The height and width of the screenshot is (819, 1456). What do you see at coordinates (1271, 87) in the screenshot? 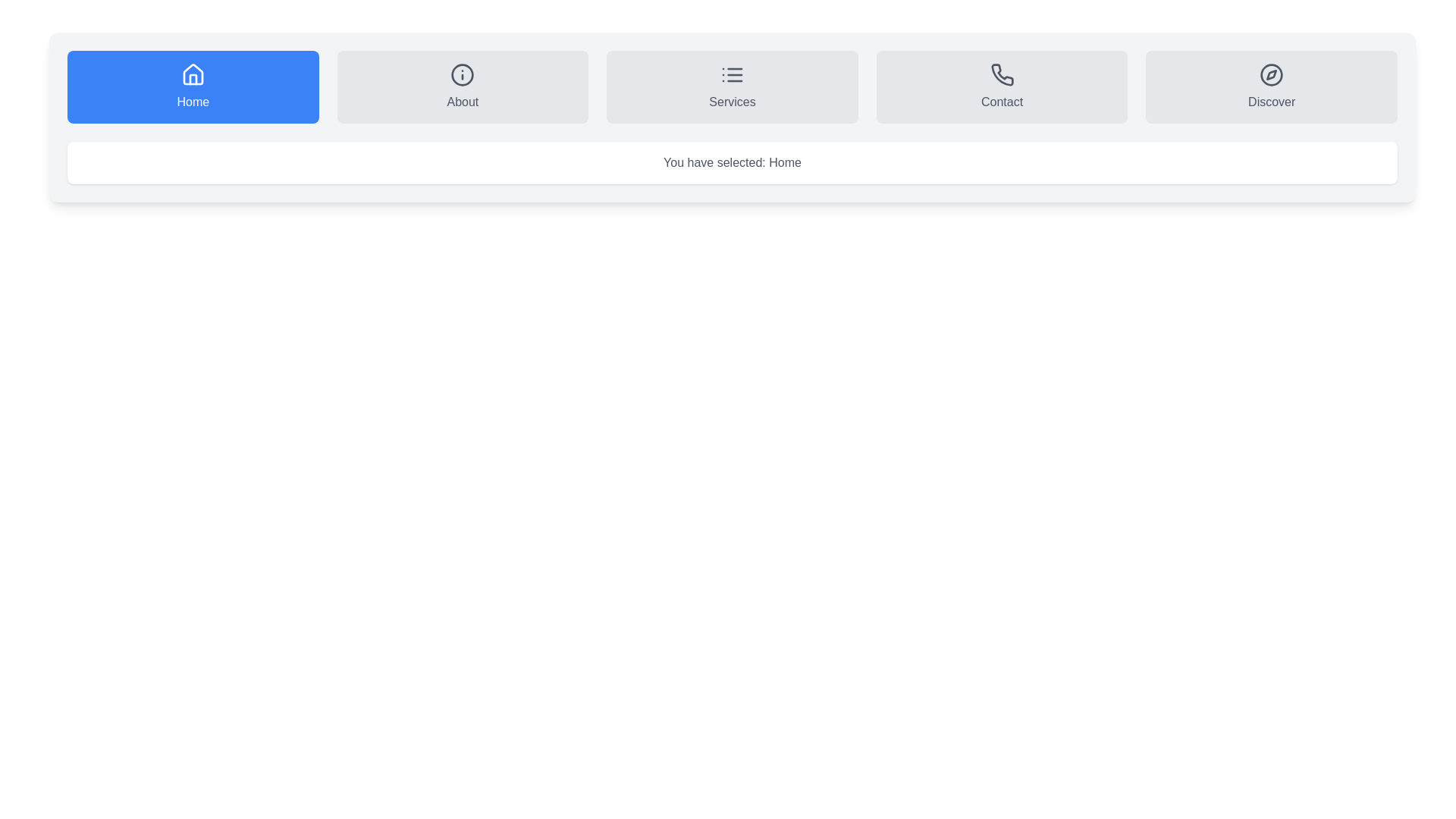
I see `the 'Discover' navigation button, which is the last item in a horizontal row of menu buttons` at bounding box center [1271, 87].